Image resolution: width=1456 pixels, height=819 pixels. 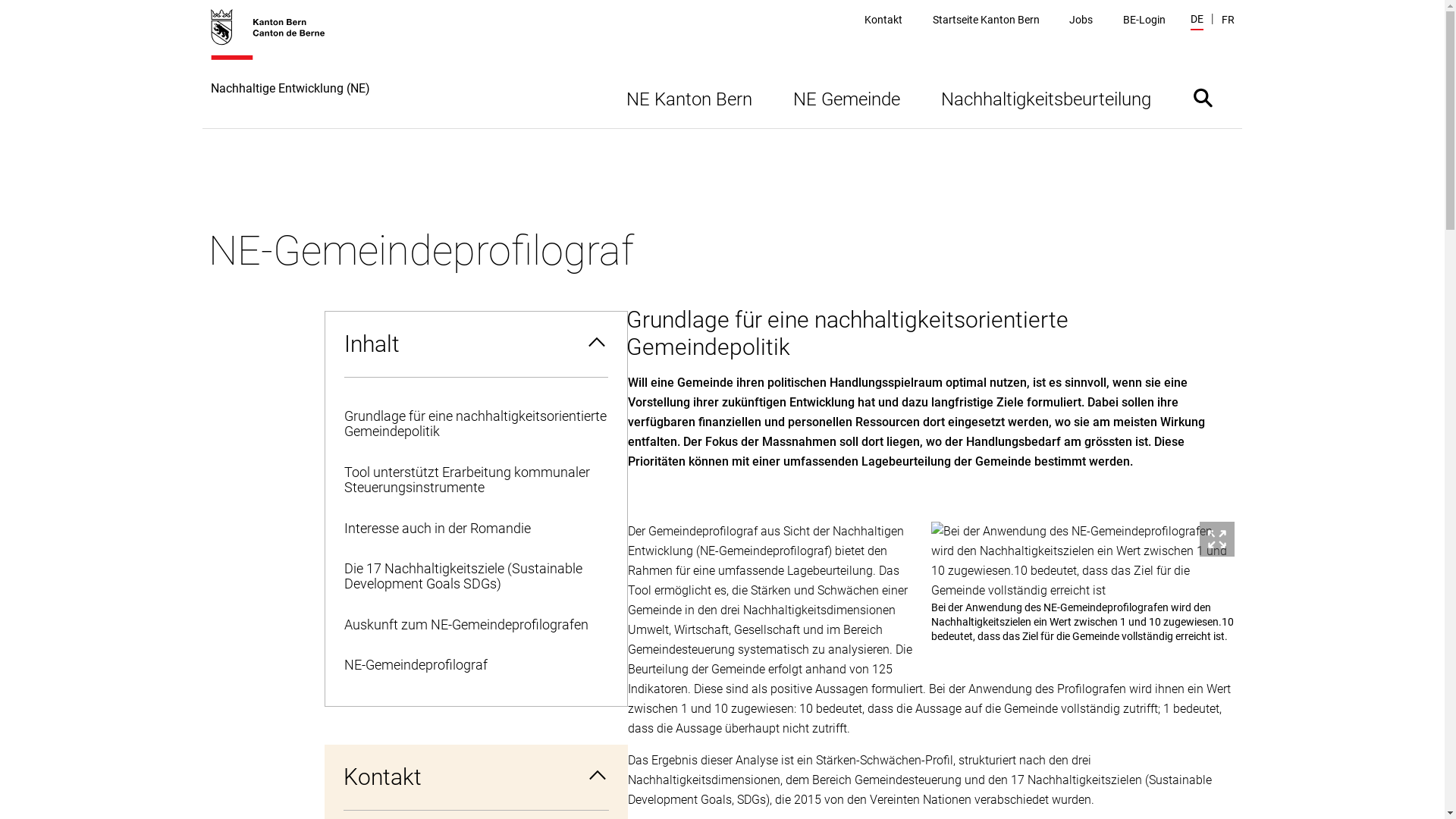 I want to click on 'Inhalt', so click(x=475, y=344).